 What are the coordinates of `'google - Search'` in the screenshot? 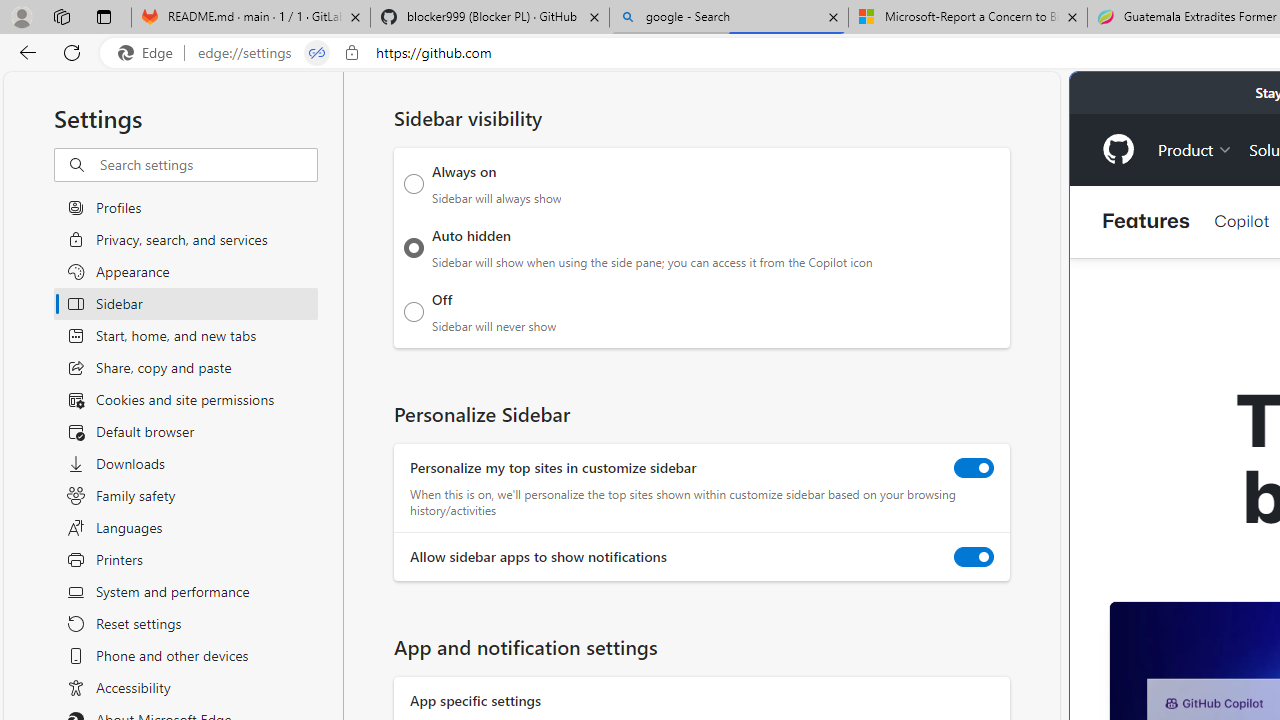 It's located at (728, 17).